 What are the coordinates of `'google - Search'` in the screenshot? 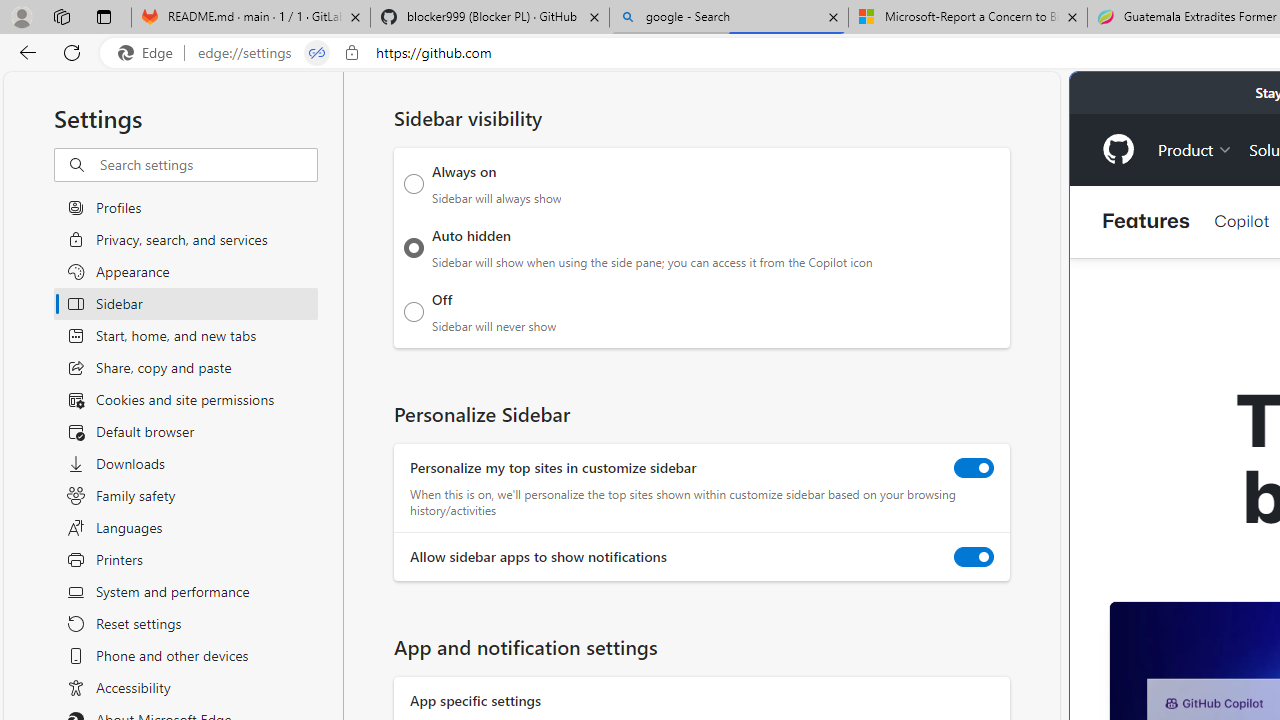 It's located at (728, 17).